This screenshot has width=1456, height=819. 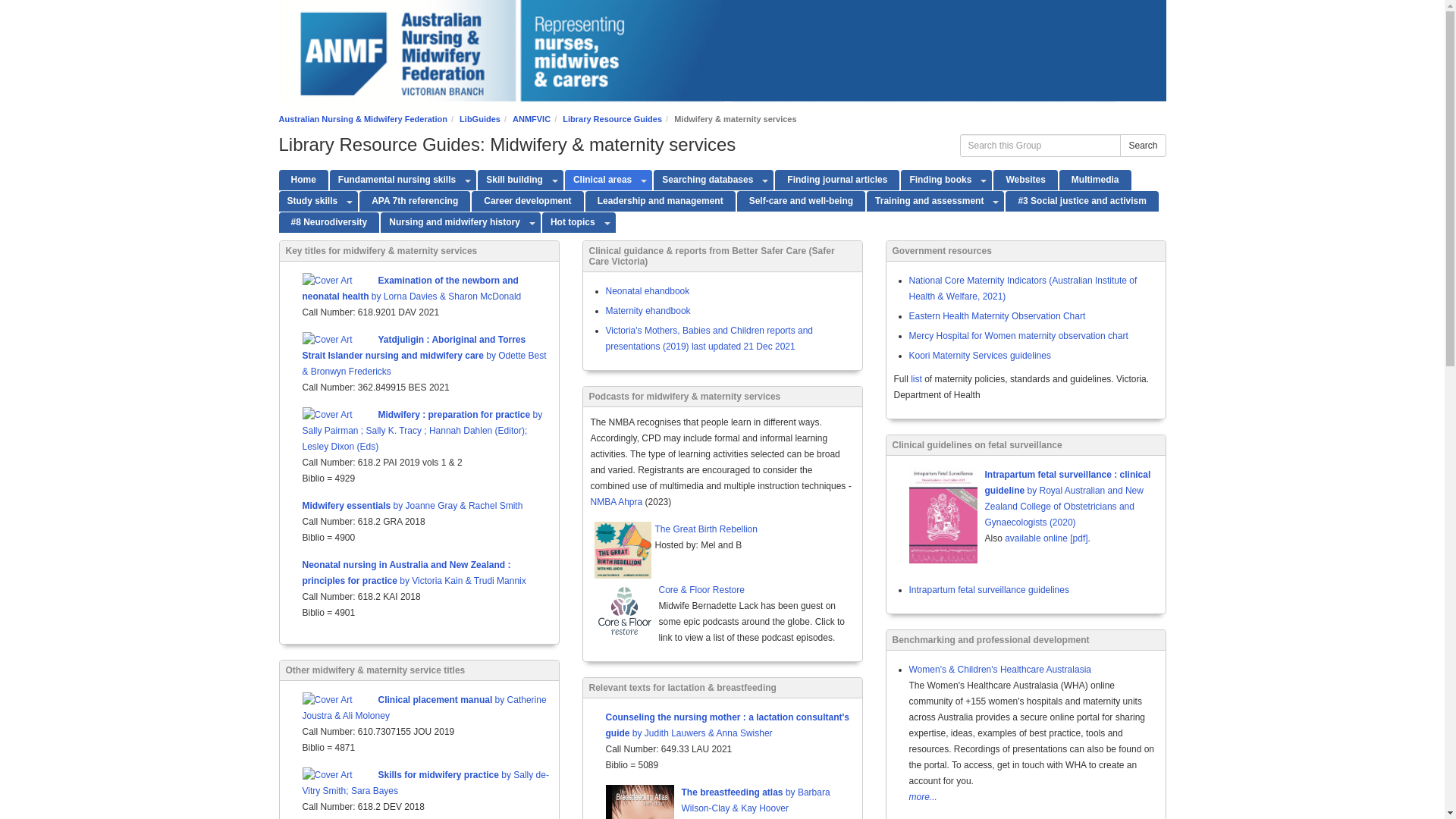 I want to click on 'Study skills', so click(x=309, y=200).